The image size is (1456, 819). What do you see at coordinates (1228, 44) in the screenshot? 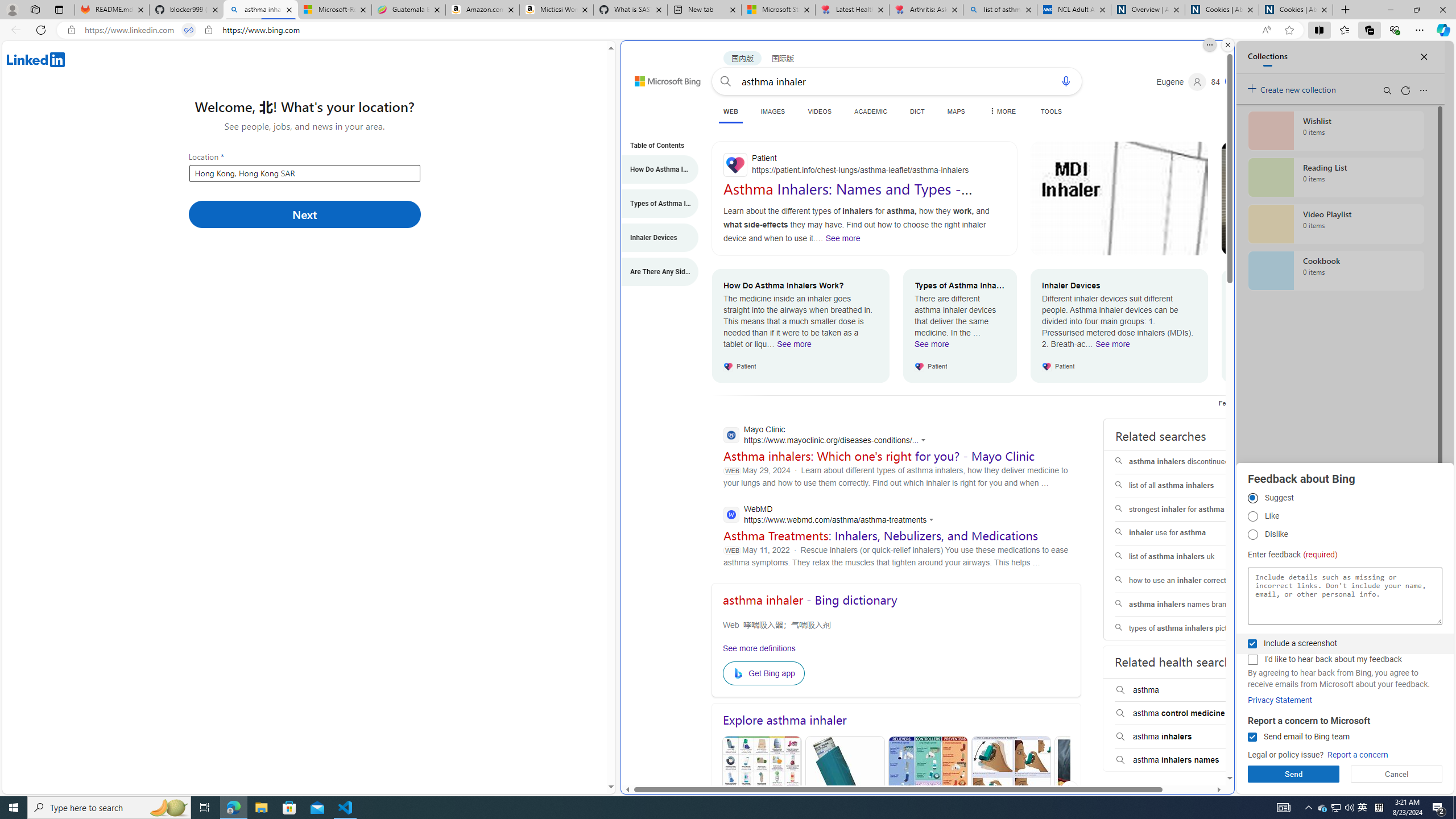
I see `'Close split screen.'` at bounding box center [1228, 44].